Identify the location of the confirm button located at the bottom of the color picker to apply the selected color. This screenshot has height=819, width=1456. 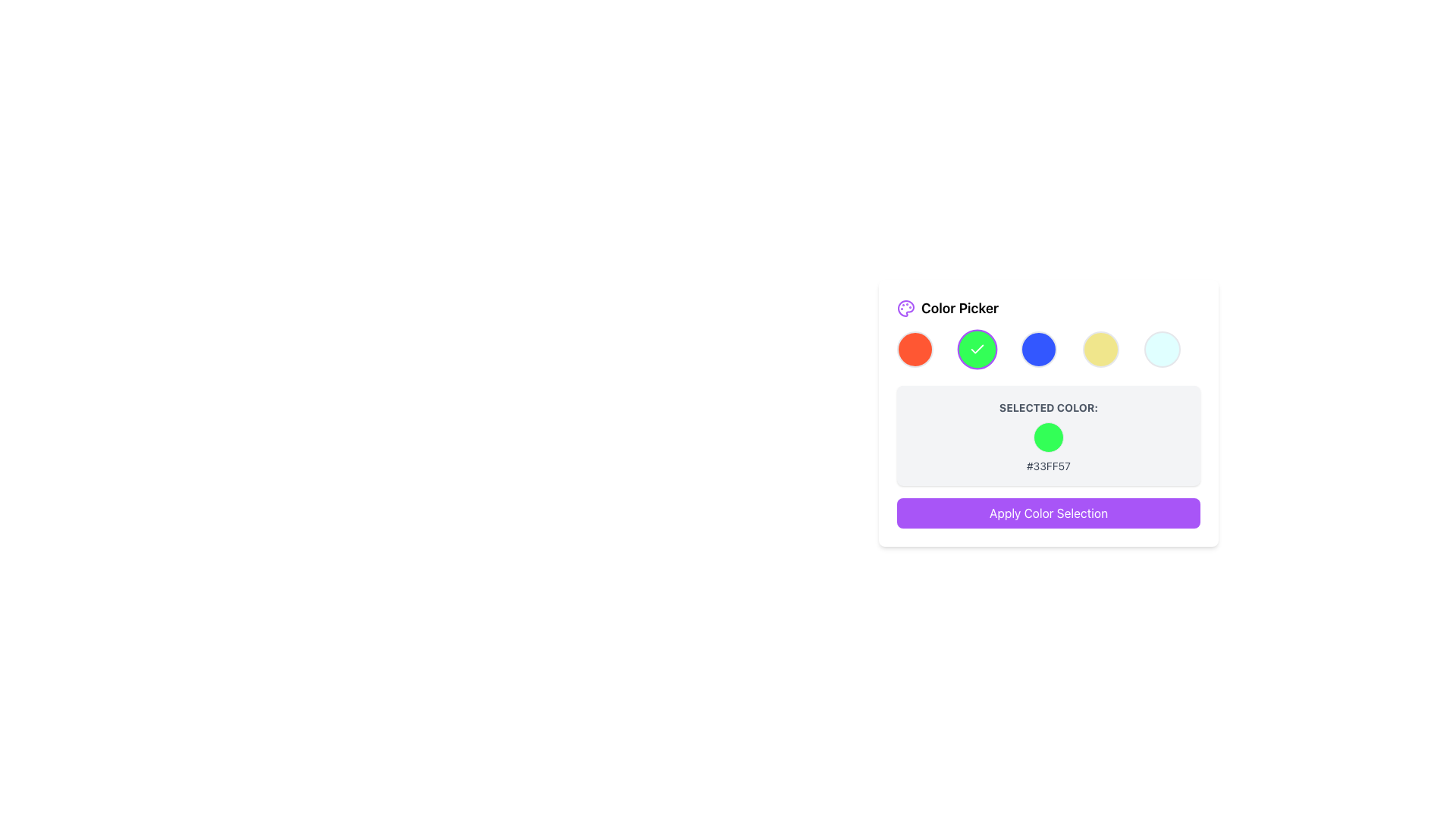
(1047, 513).